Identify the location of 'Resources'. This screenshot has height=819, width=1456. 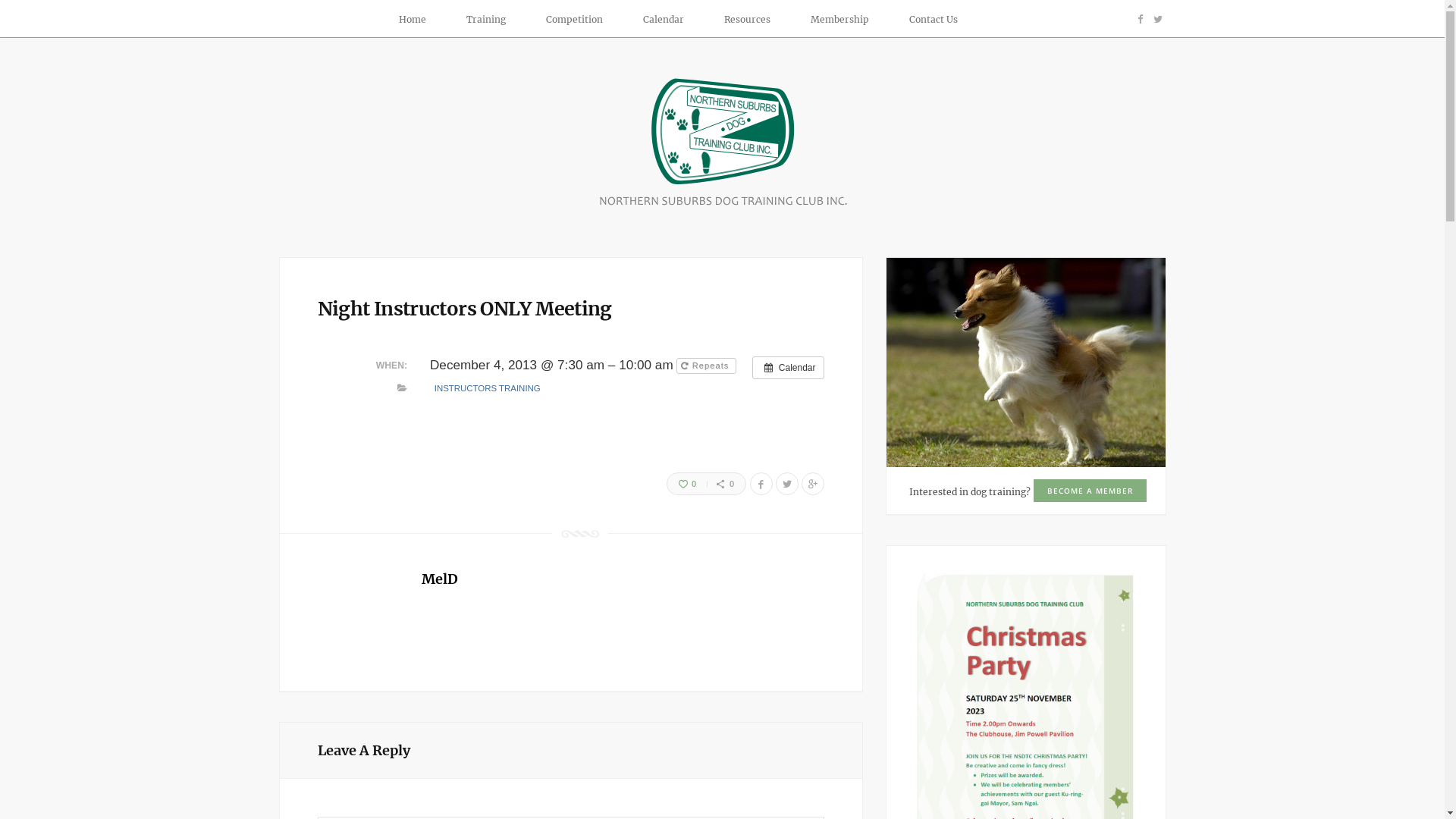
(710, 20).